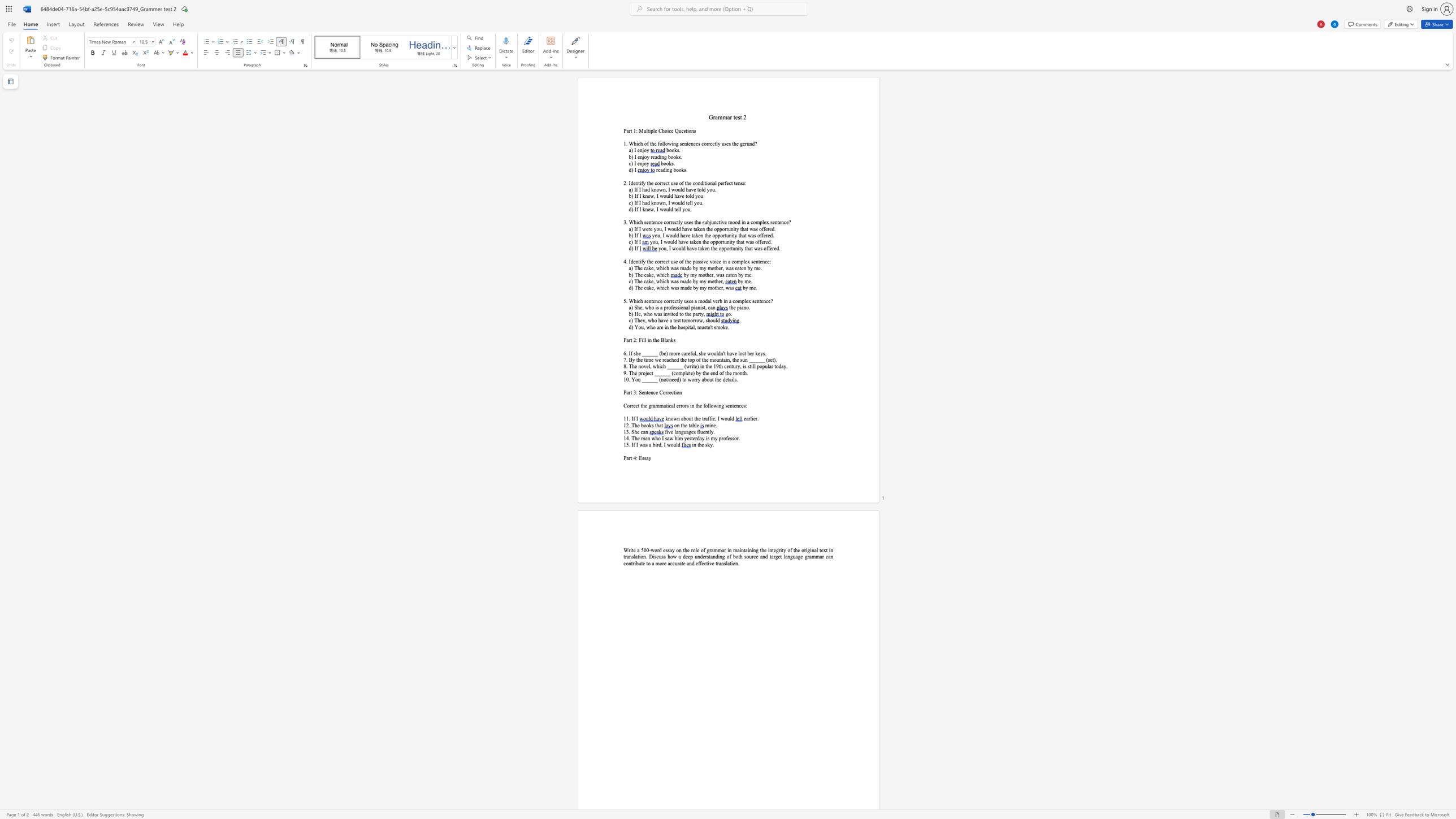 The image size is (1456, 819). Describe the element at coordinates (658, 170) in the screenshot. I see `the space between the continuous character "r" and "e" in the text` at that location.